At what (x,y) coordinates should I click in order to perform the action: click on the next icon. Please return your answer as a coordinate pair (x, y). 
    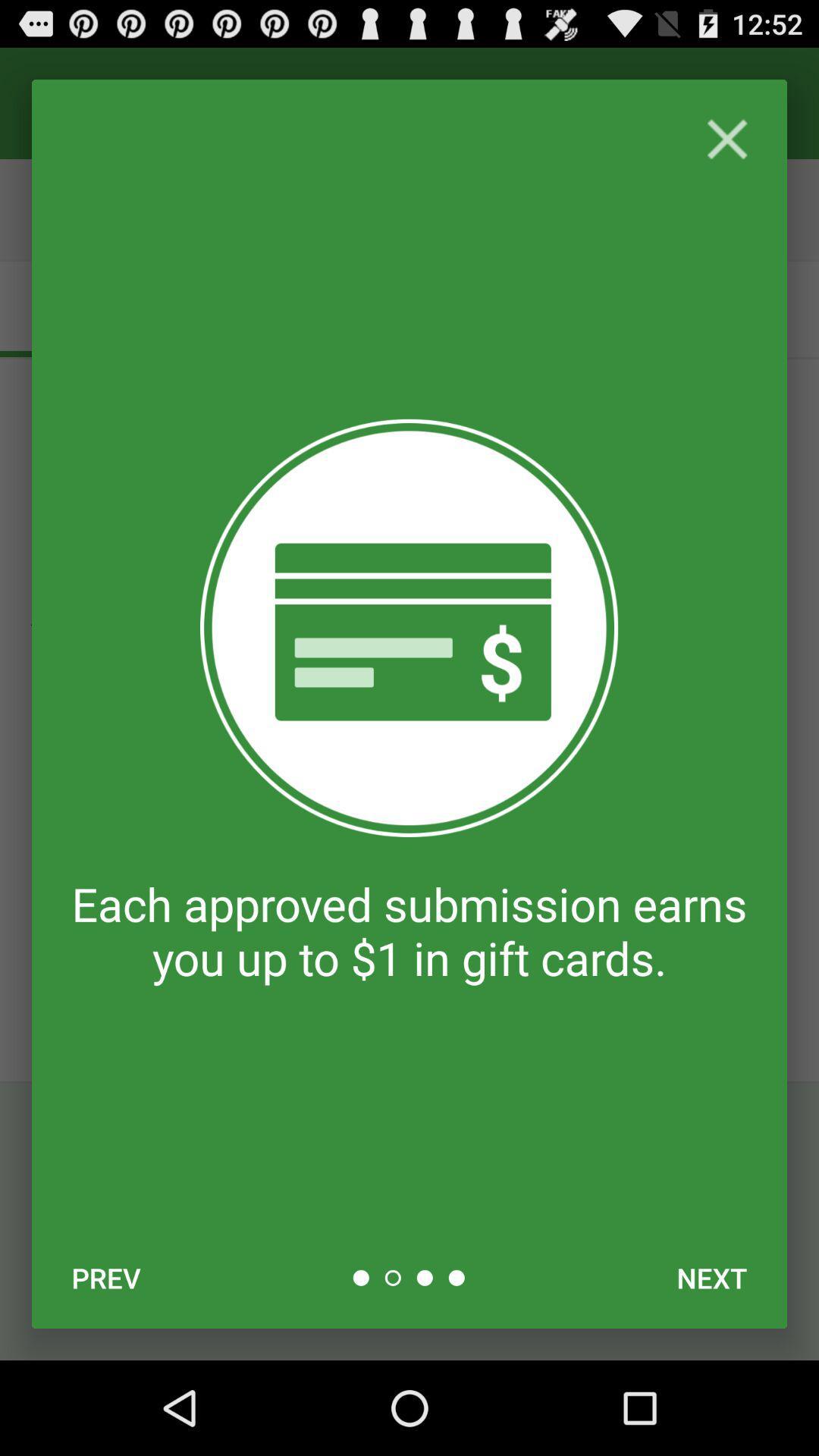
    Looking at the image, I should click on (711, 1277).